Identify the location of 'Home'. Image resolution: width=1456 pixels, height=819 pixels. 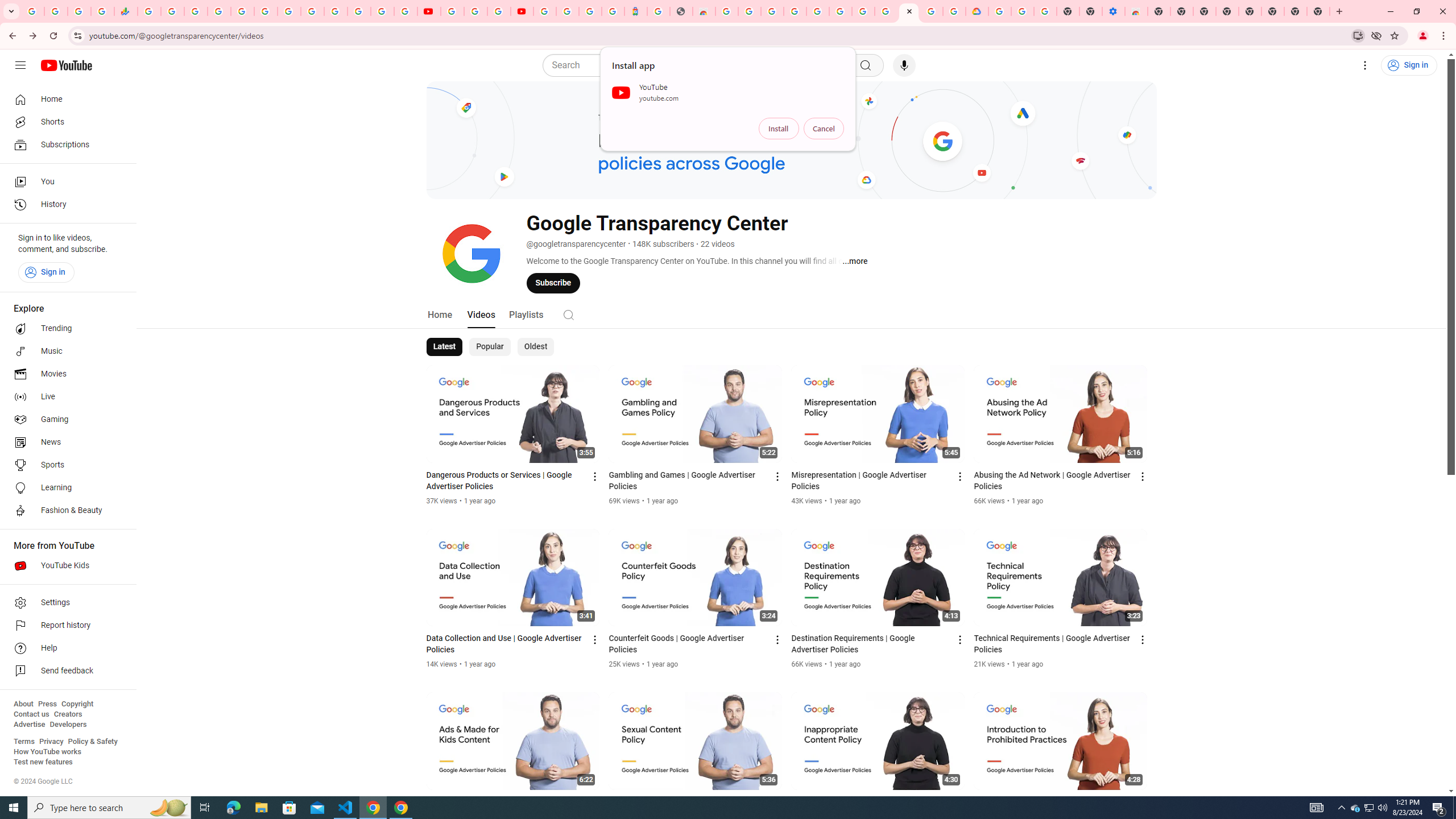
(64, 98).